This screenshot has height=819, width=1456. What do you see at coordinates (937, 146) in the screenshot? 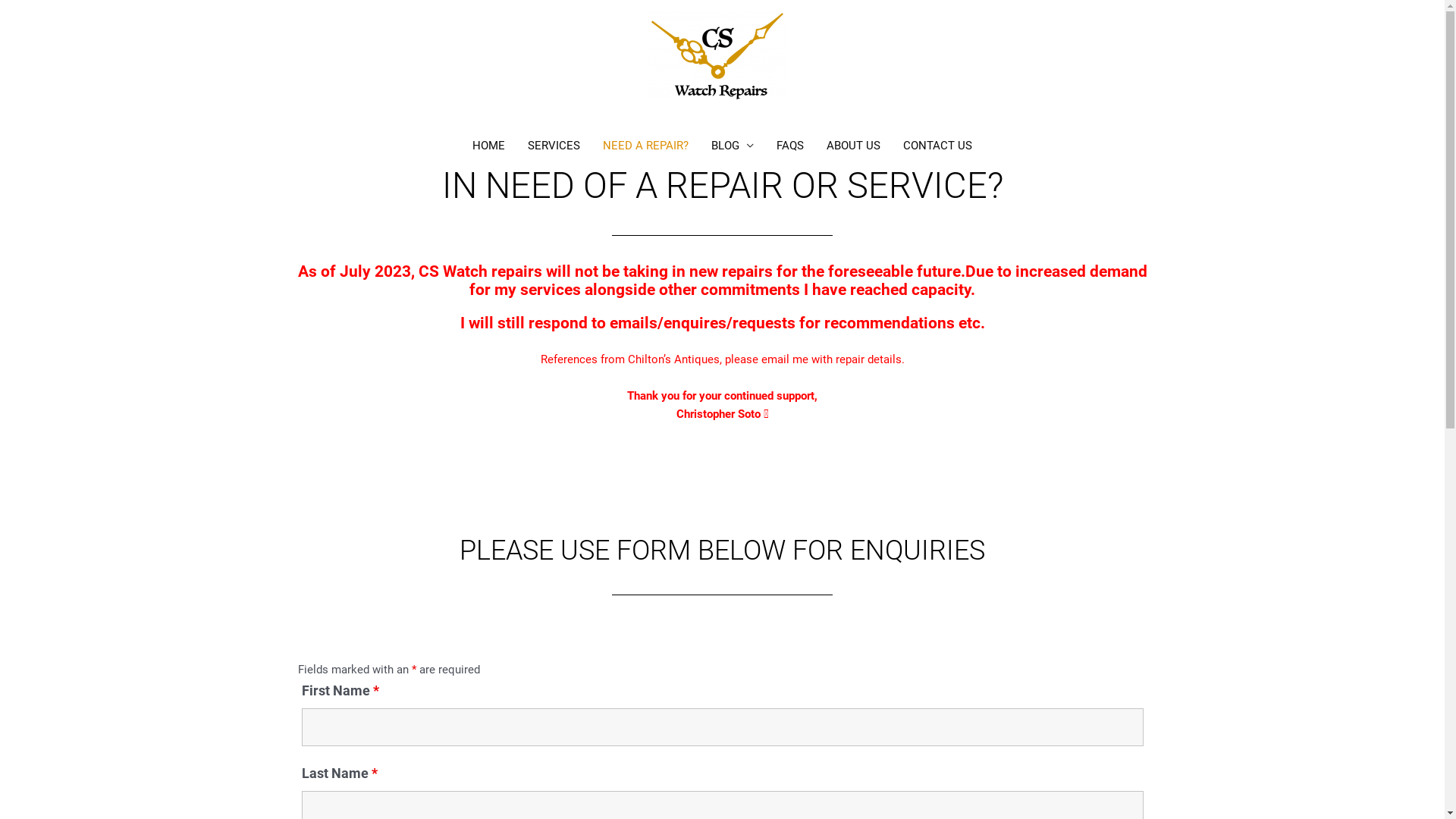
I see `'CONTACT US'` at bounding box center [937, 146].